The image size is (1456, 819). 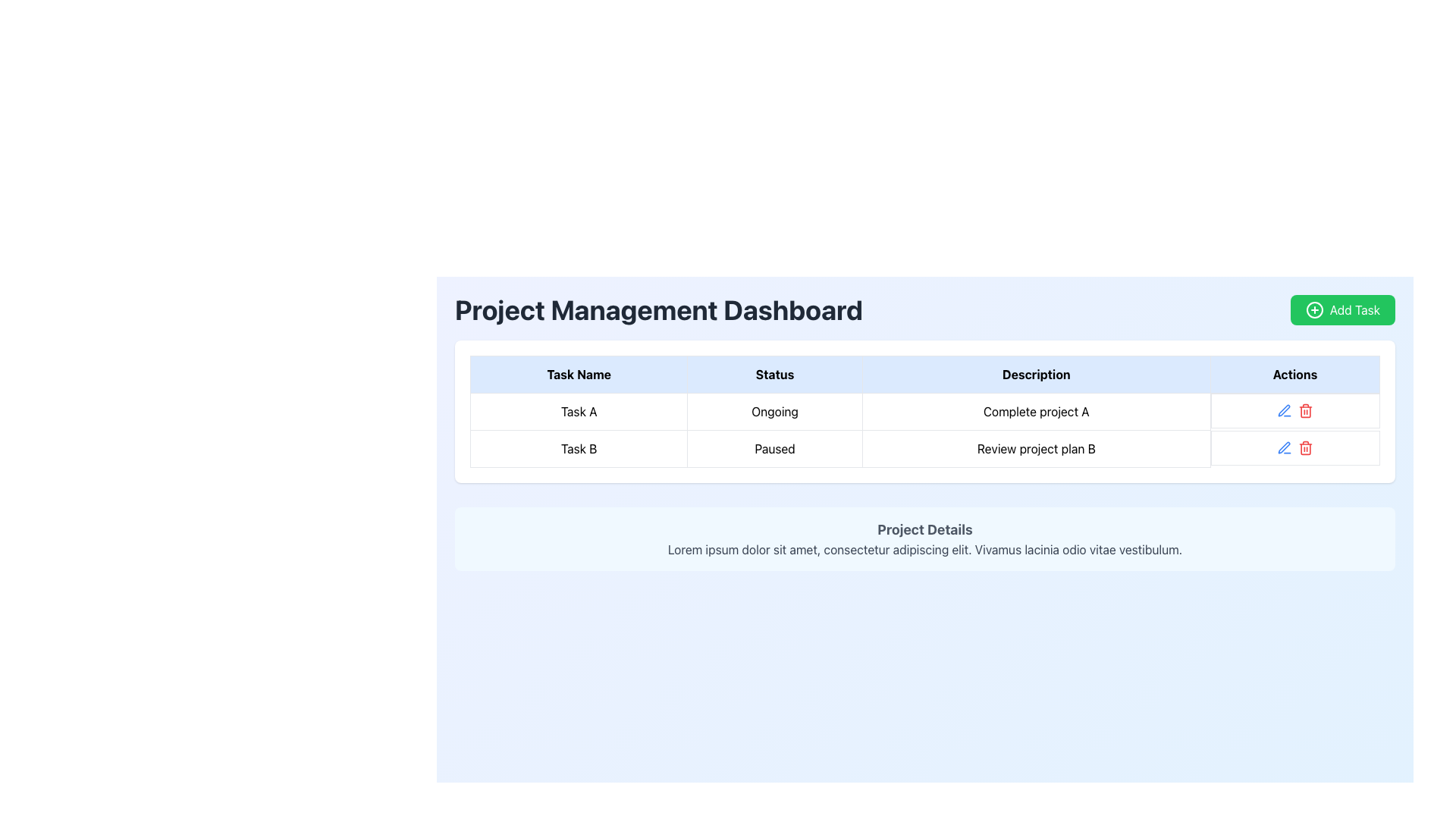 What do you see at coordinates (578, 412) in the screenshot?
I see `the label element that identifies the task named 'Task A' located in the first row of the data table under the 'Task Name' column` at bounding box center [578, 412].